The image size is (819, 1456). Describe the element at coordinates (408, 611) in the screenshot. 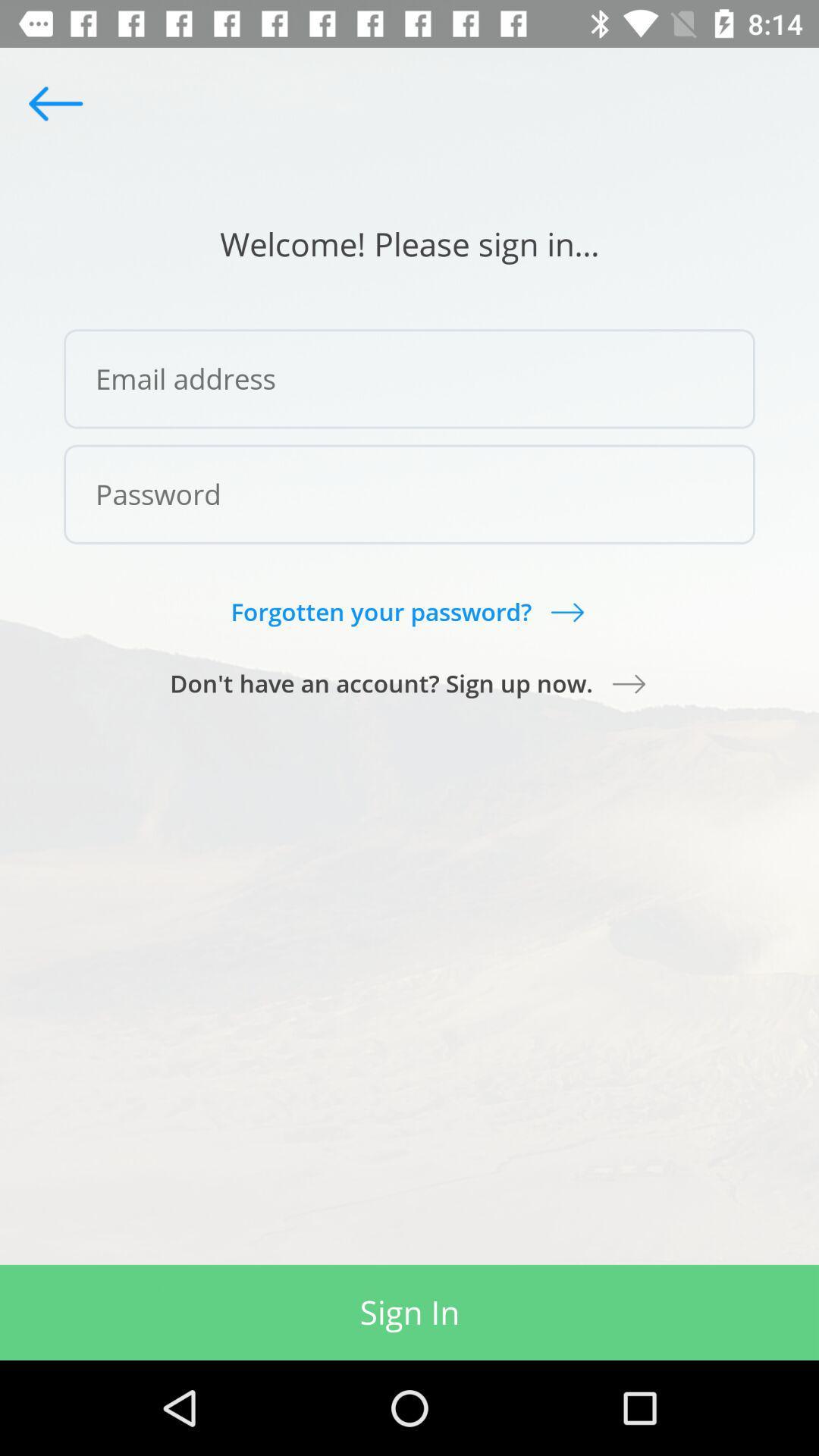

I see `forgotten your password? icon` at that location.